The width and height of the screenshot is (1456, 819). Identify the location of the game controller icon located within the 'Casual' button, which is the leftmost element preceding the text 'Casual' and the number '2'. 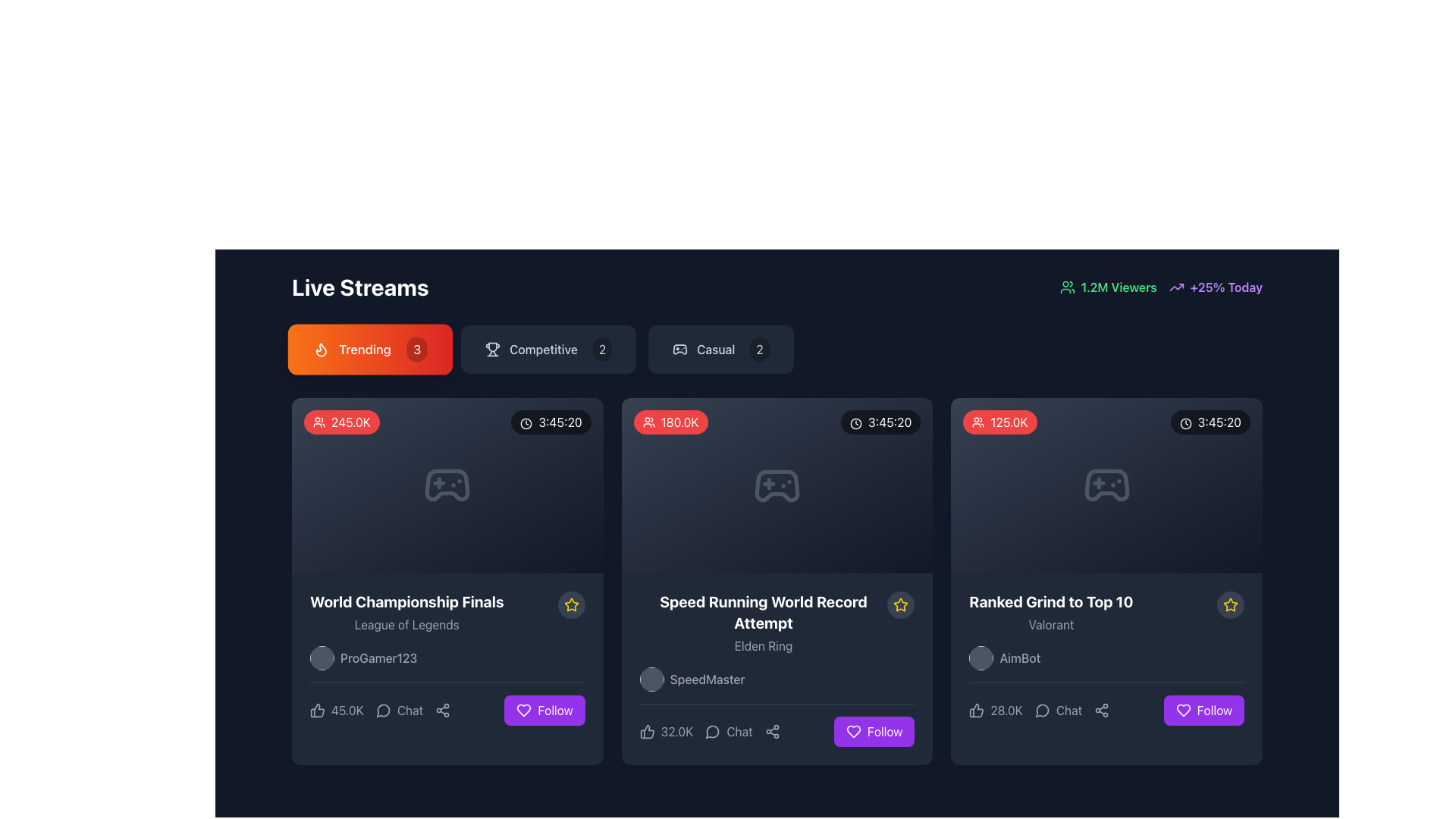
(679, 350).